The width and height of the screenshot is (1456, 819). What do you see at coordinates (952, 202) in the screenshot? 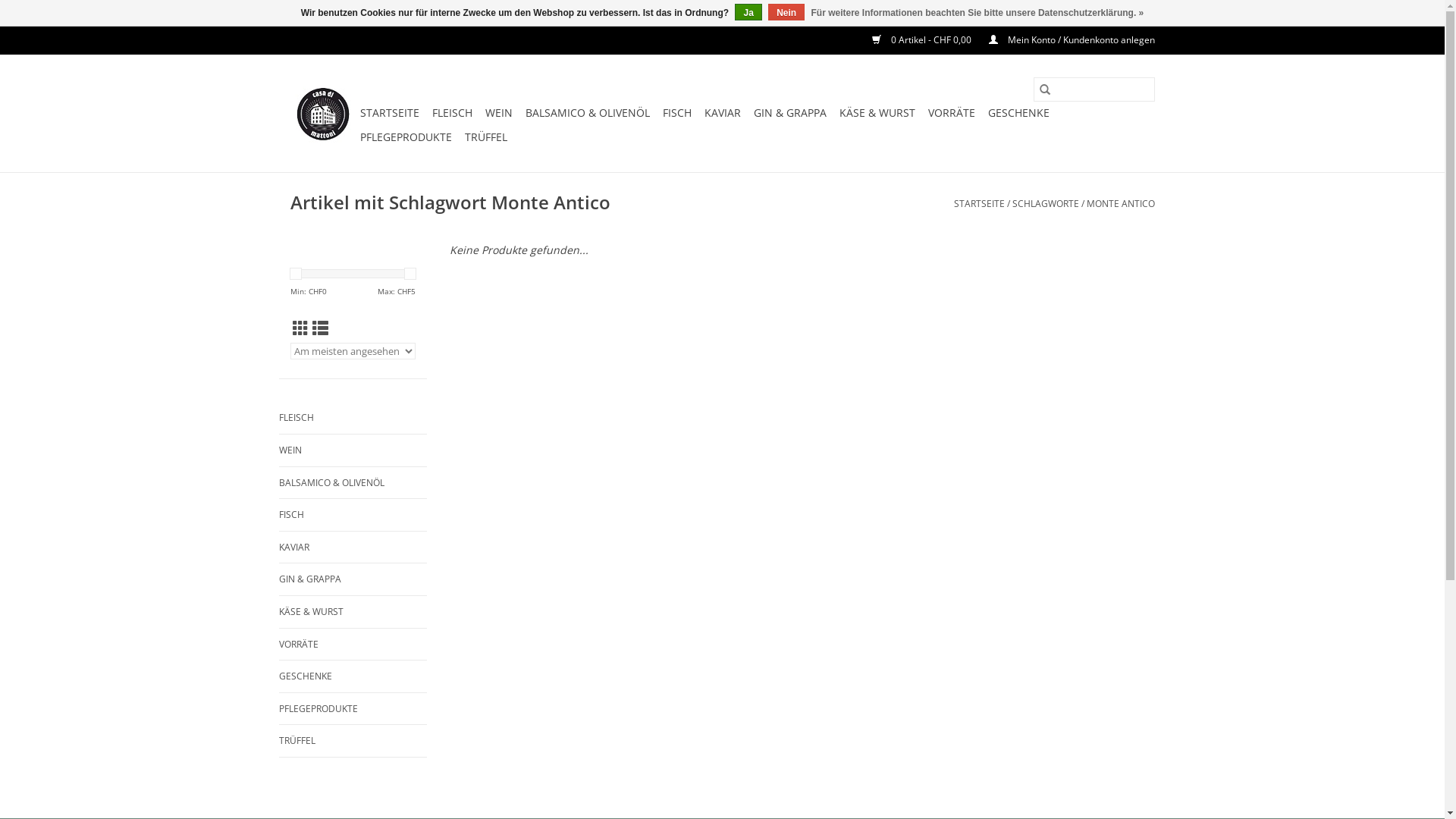
I see `'STARTSEITE'` at bounding box center [952, 202].